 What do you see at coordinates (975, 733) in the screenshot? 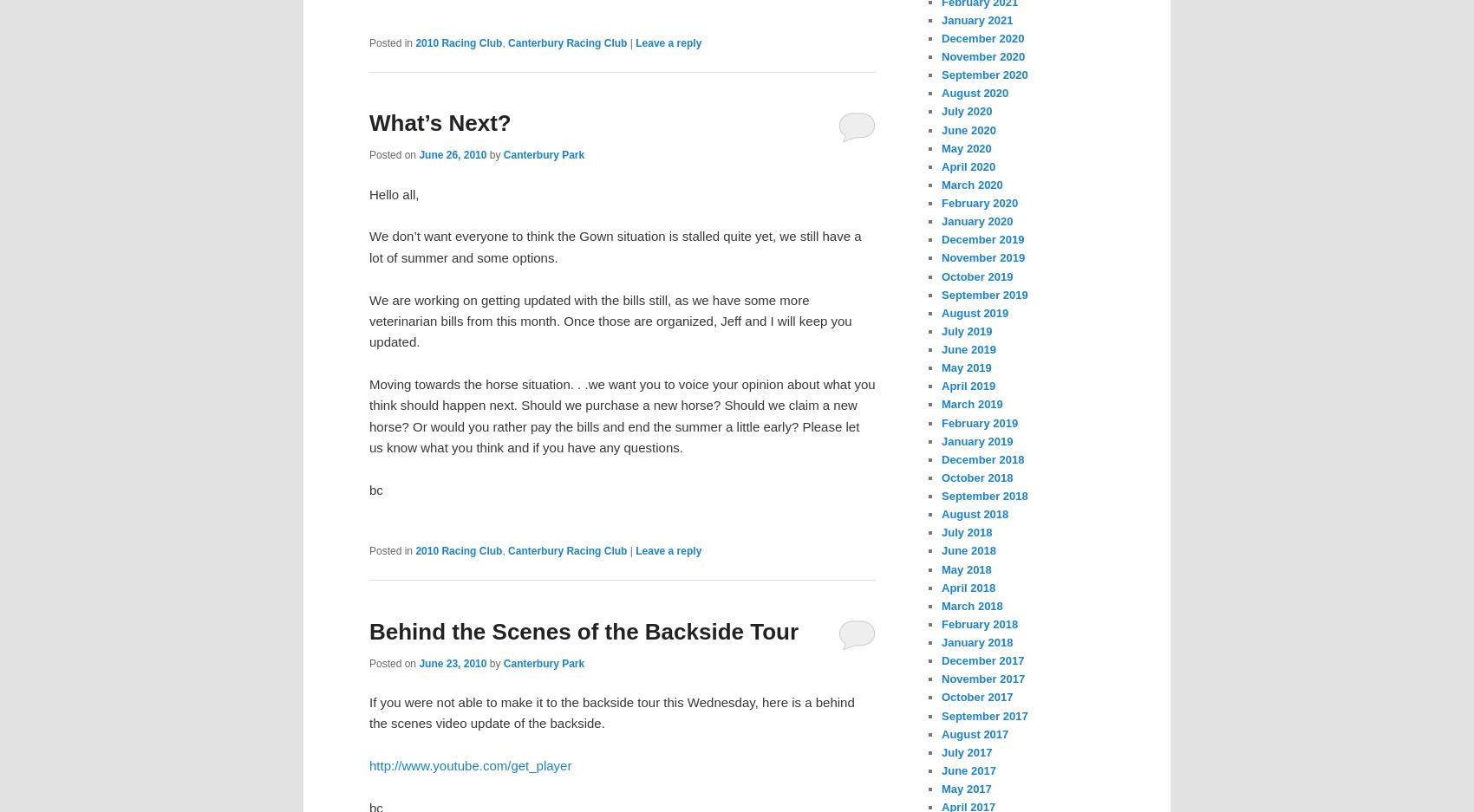
I see `'August 2017'` at bounding box center [975, 733].